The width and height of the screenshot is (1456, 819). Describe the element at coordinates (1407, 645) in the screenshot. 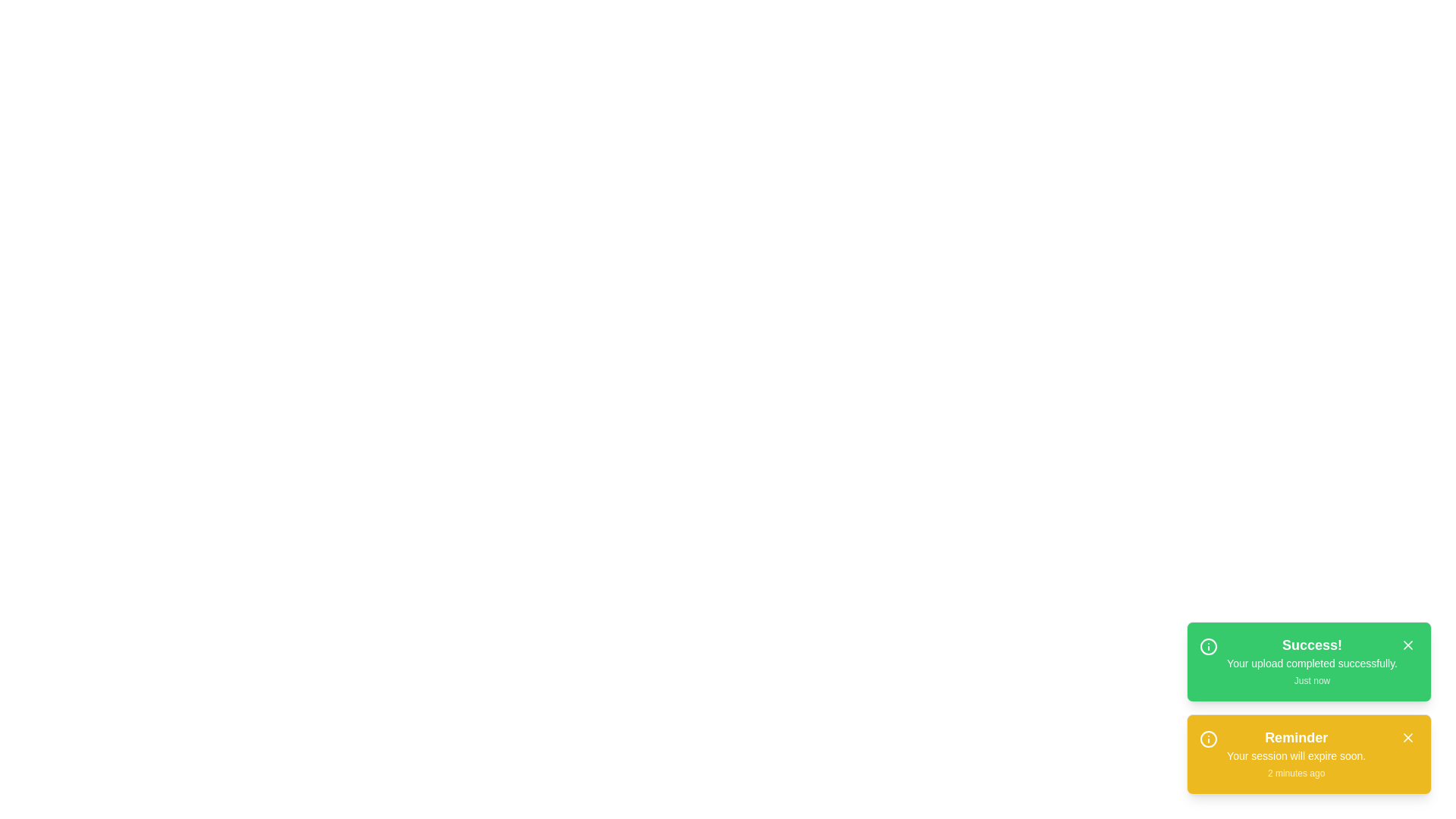

I see `the dismiss button of the notification with title Success!` at that location.